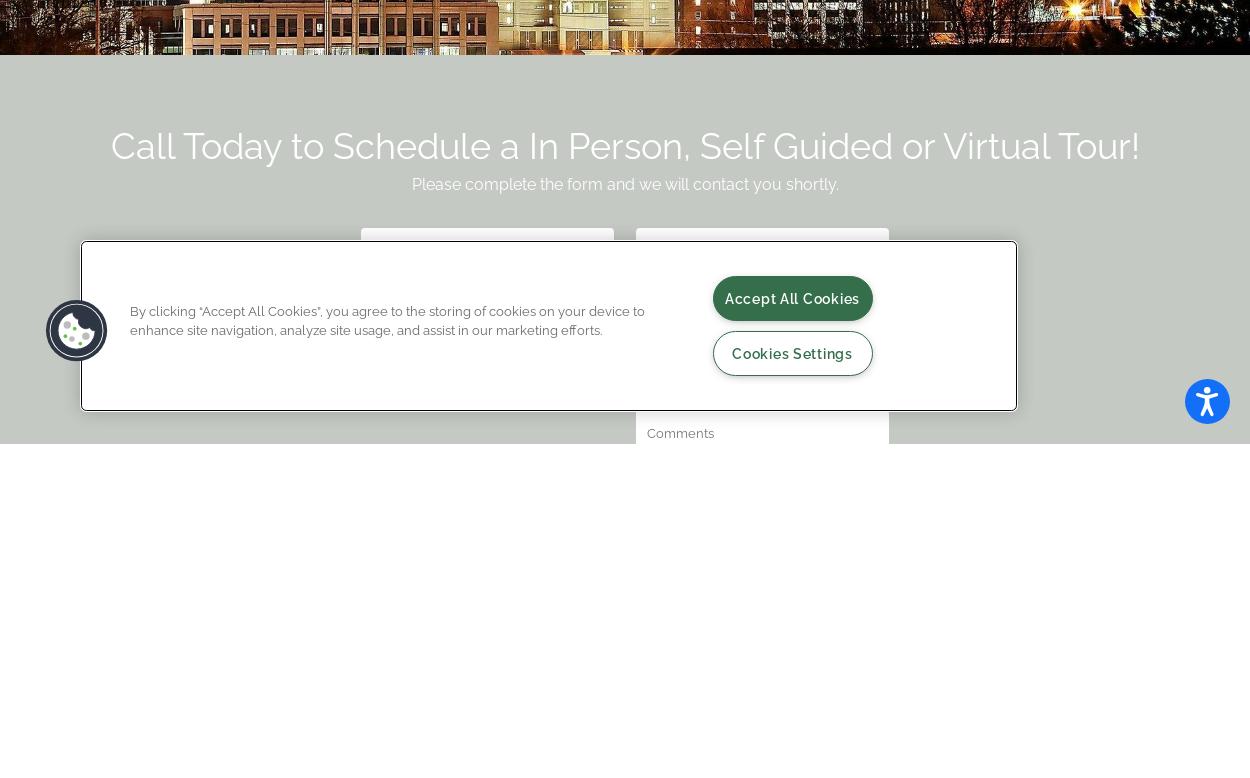 Image resolution: width=1250 pixels, height=778 pixels. Describe the element at coordinates (623, 146) in the screenshot. I see `'Call Today to Schedule a In Person, Self Guided or Virtual Tour!'` at that location.